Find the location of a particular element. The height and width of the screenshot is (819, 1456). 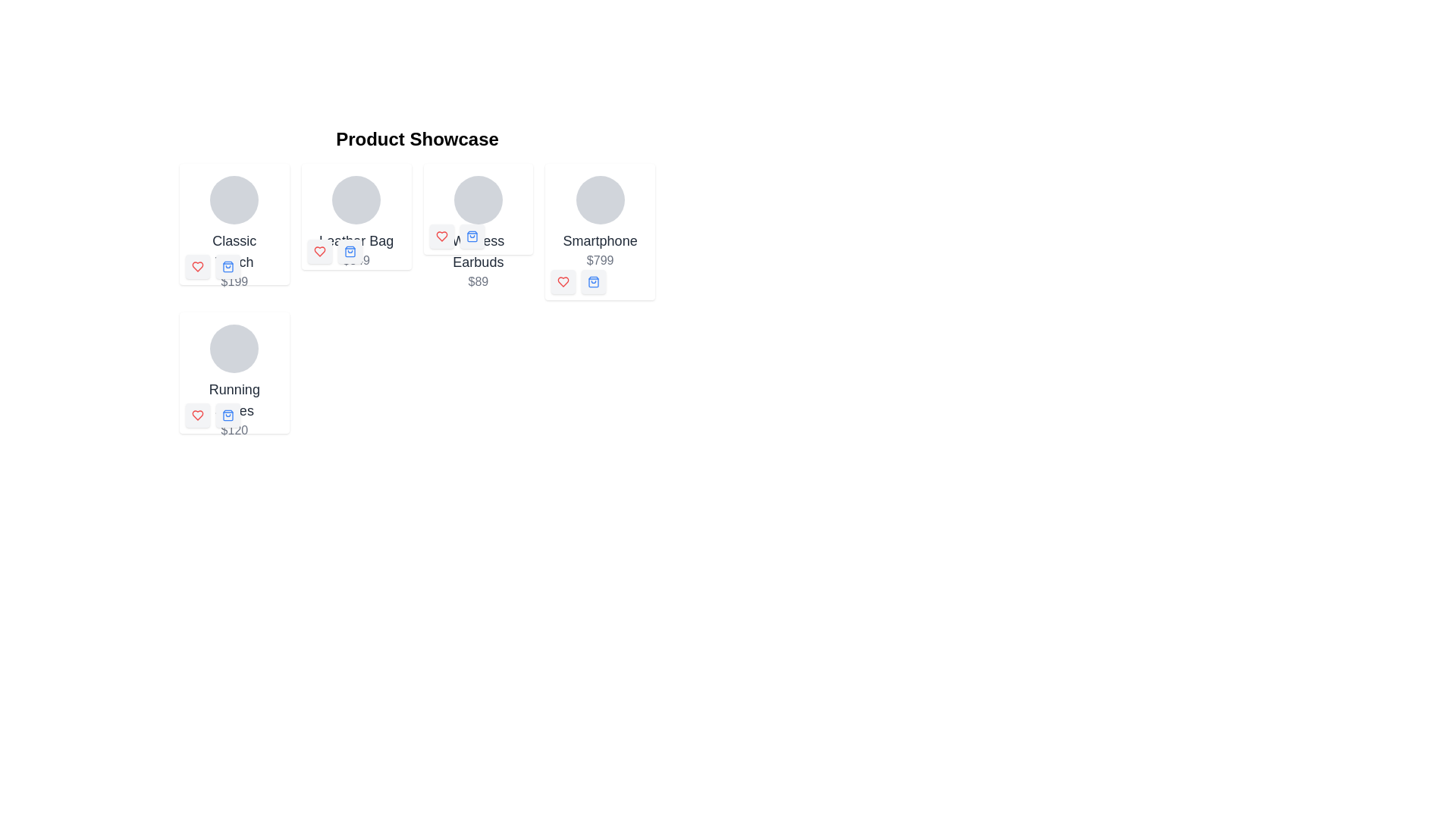

the shopping bag button at the bottom of the 'Running Shoes' product card is located at coordinates (234, 373).